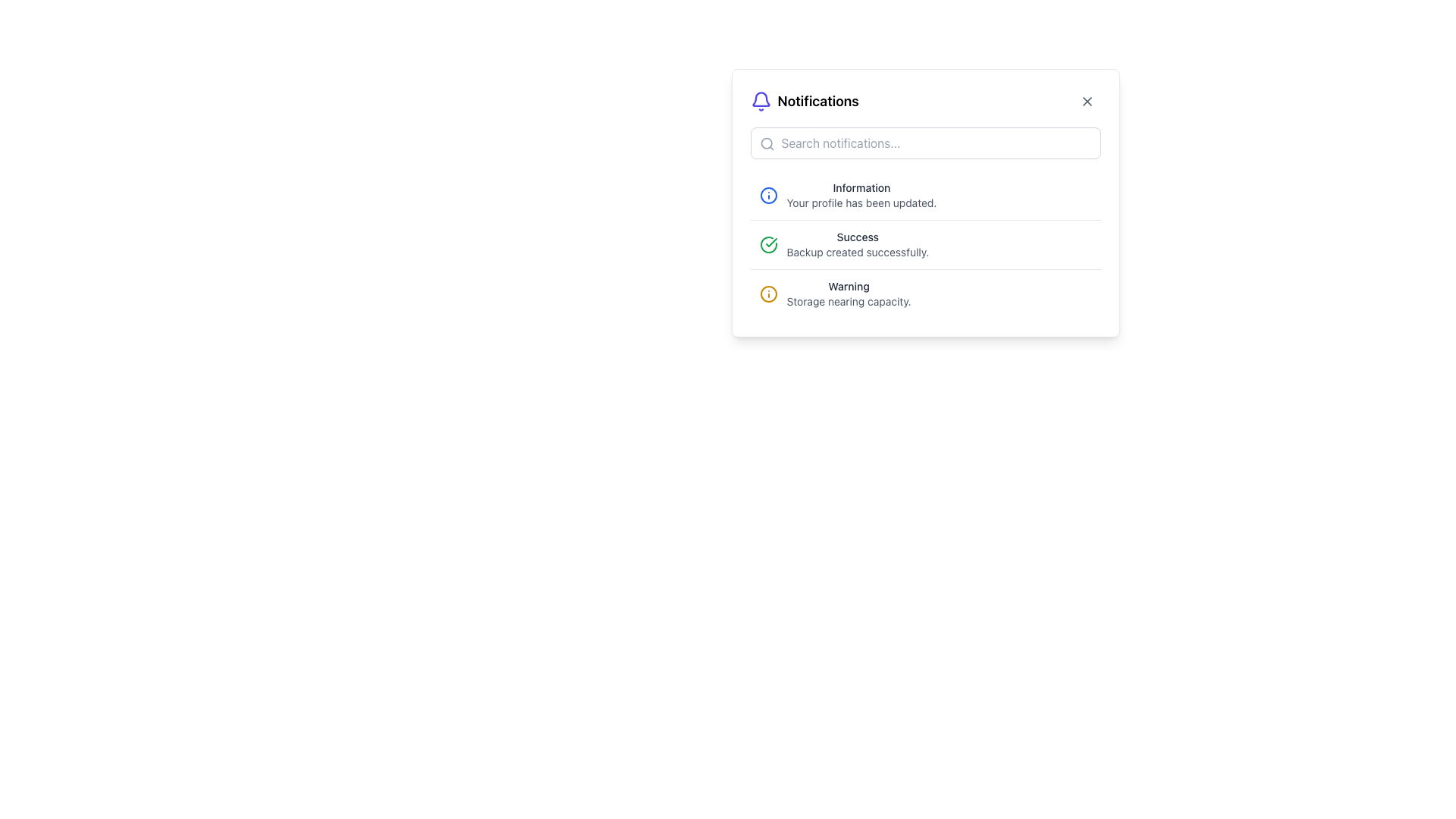  Describe the element at coordinates (858, 237) in the screenshot. I see `text 'Success' displayed in grayish tone located in the notification section above the description 'Backup created successfully'` at that location.